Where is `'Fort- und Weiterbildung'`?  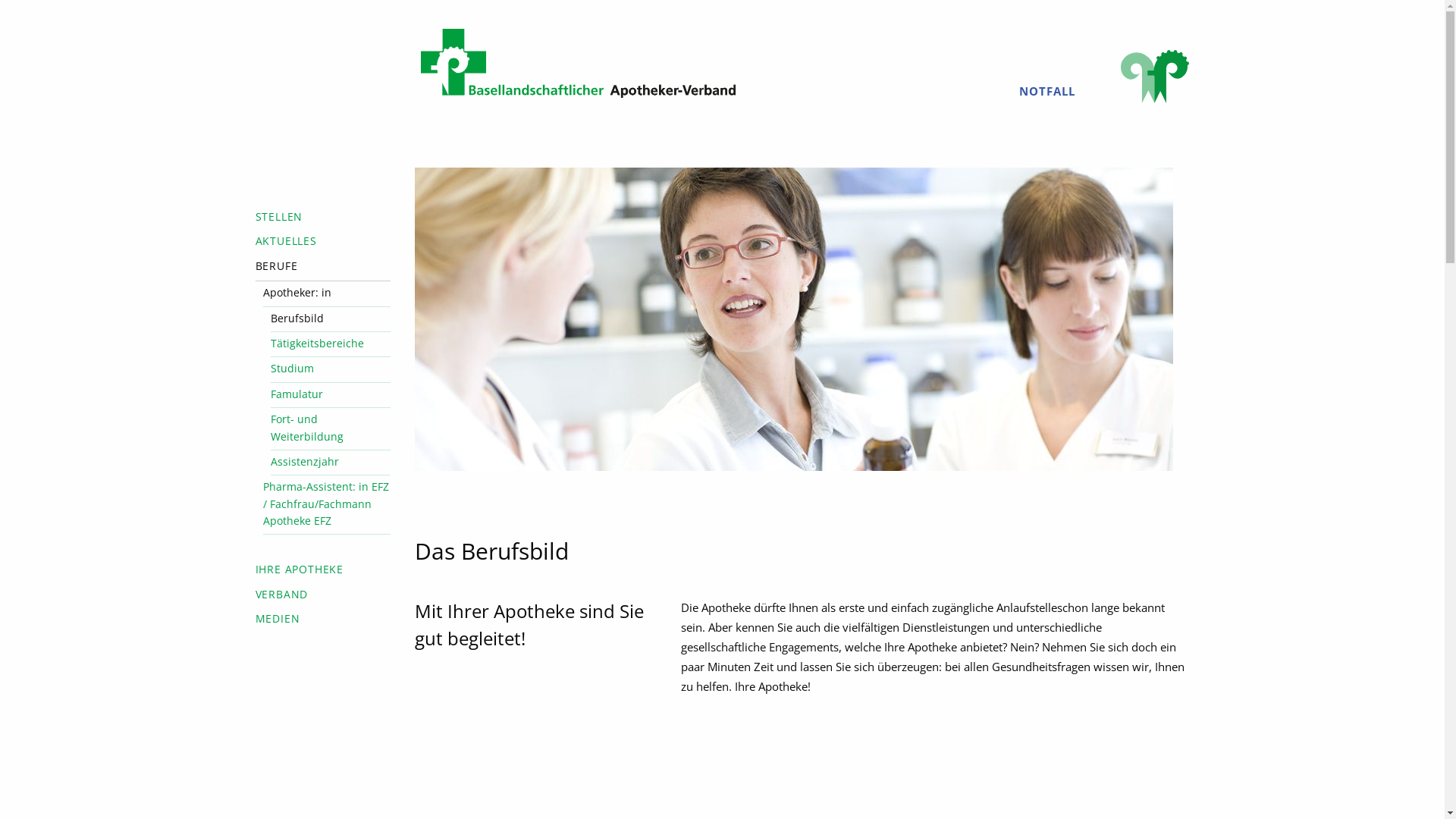
'Fort- und Weiterbildung' is located at coordinates (329, 430).